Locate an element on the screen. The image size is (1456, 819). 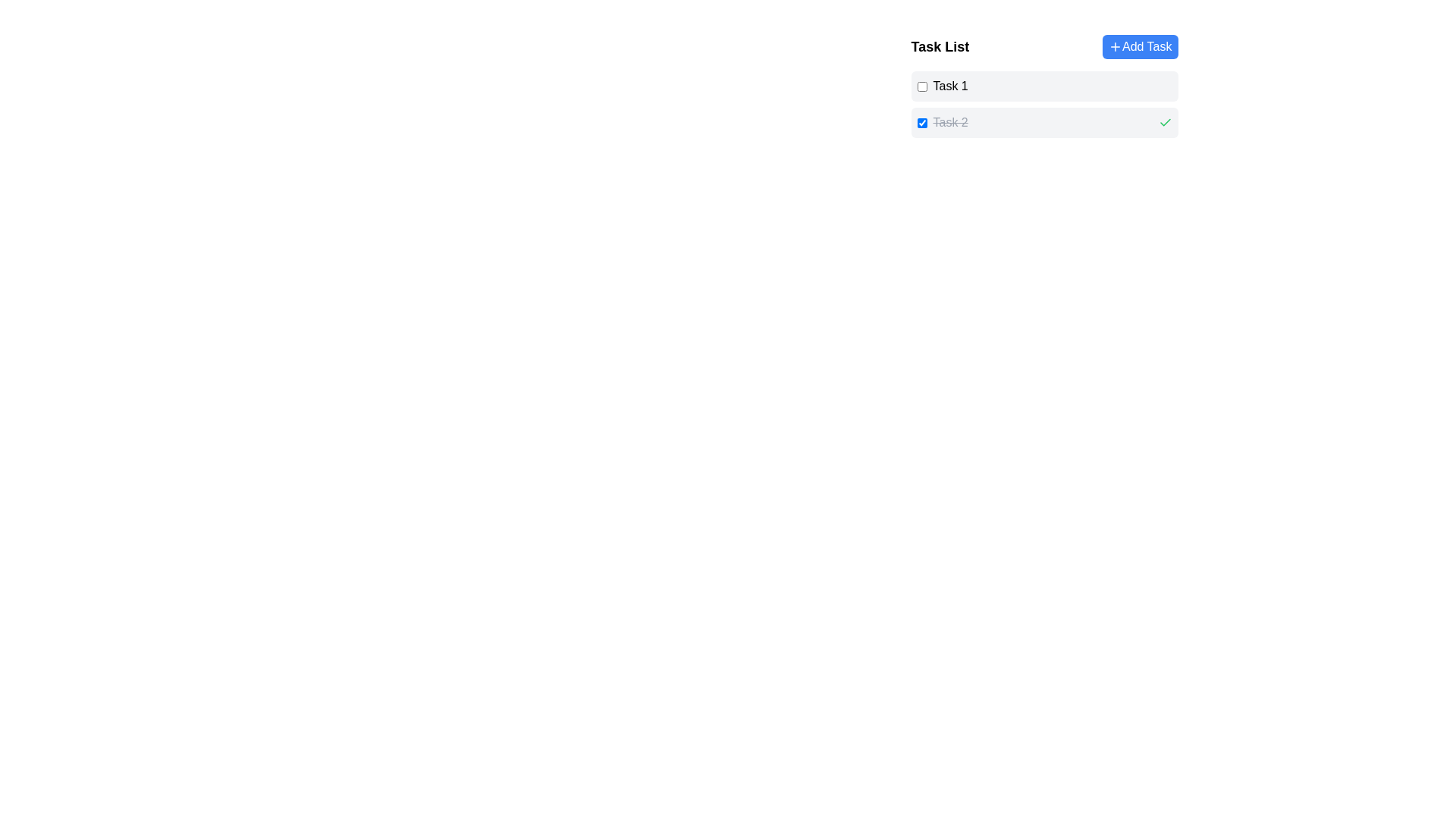
the bold text label 'Task List' located to the left of the 'Add Task' button is located at coordinates (939, 45).